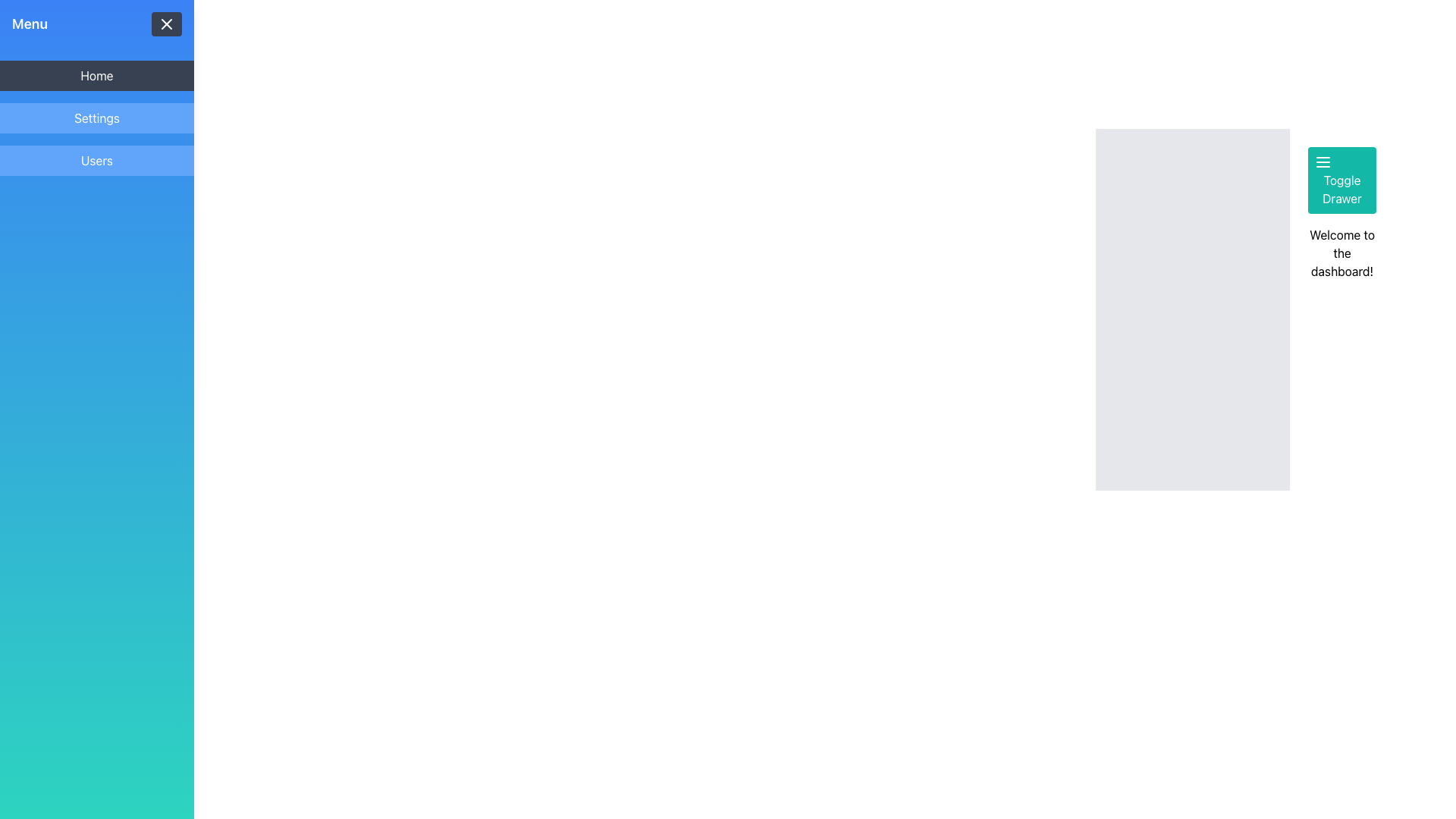 The height and width of the screenshot is (819, 1456). I want to click on the close button located at the top-right corner of the sidebar menu, so click(167, 24).